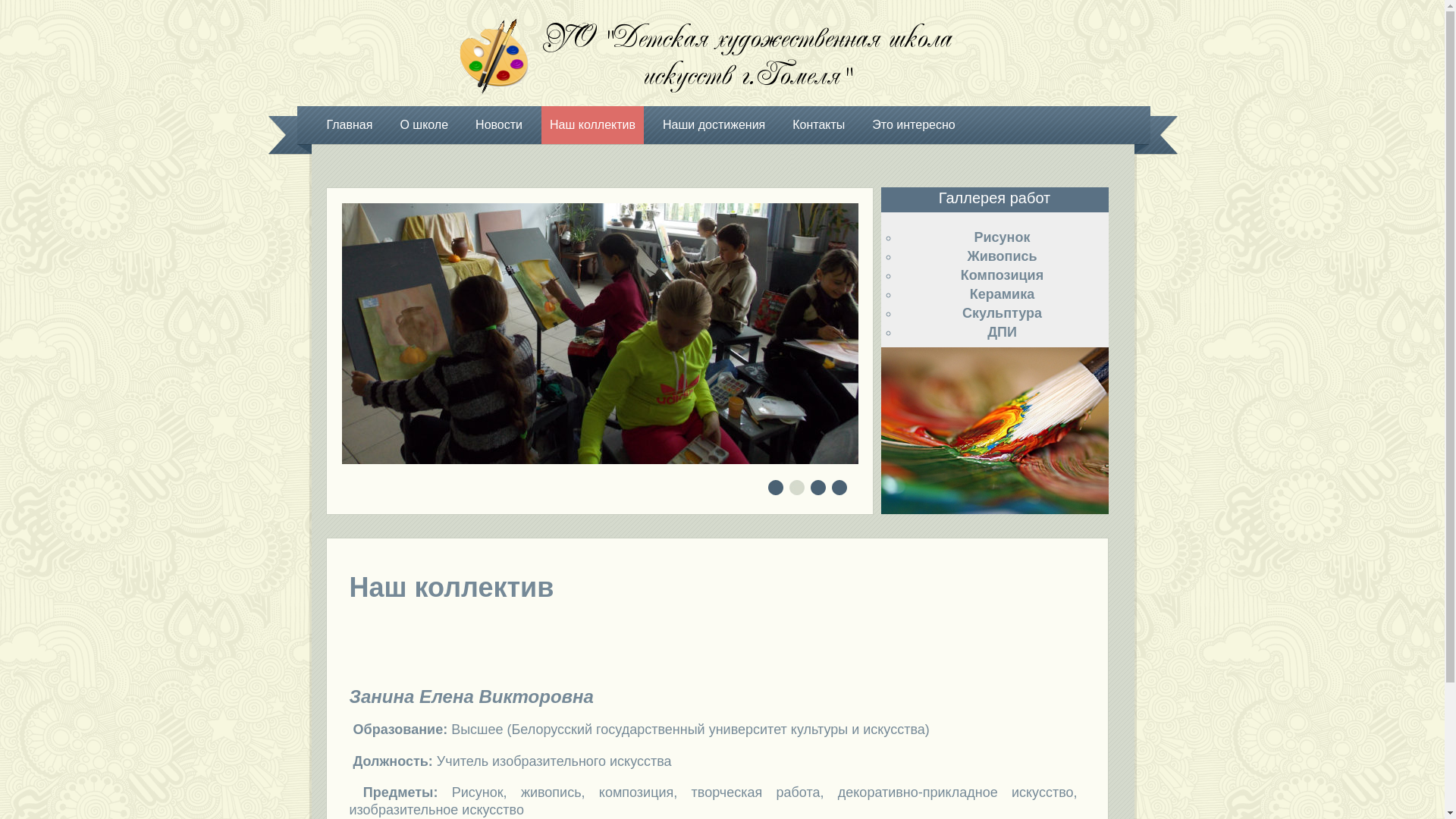  Describe the element at coordinates (818, 488) in the screenshot. I see `'3'` at that location.